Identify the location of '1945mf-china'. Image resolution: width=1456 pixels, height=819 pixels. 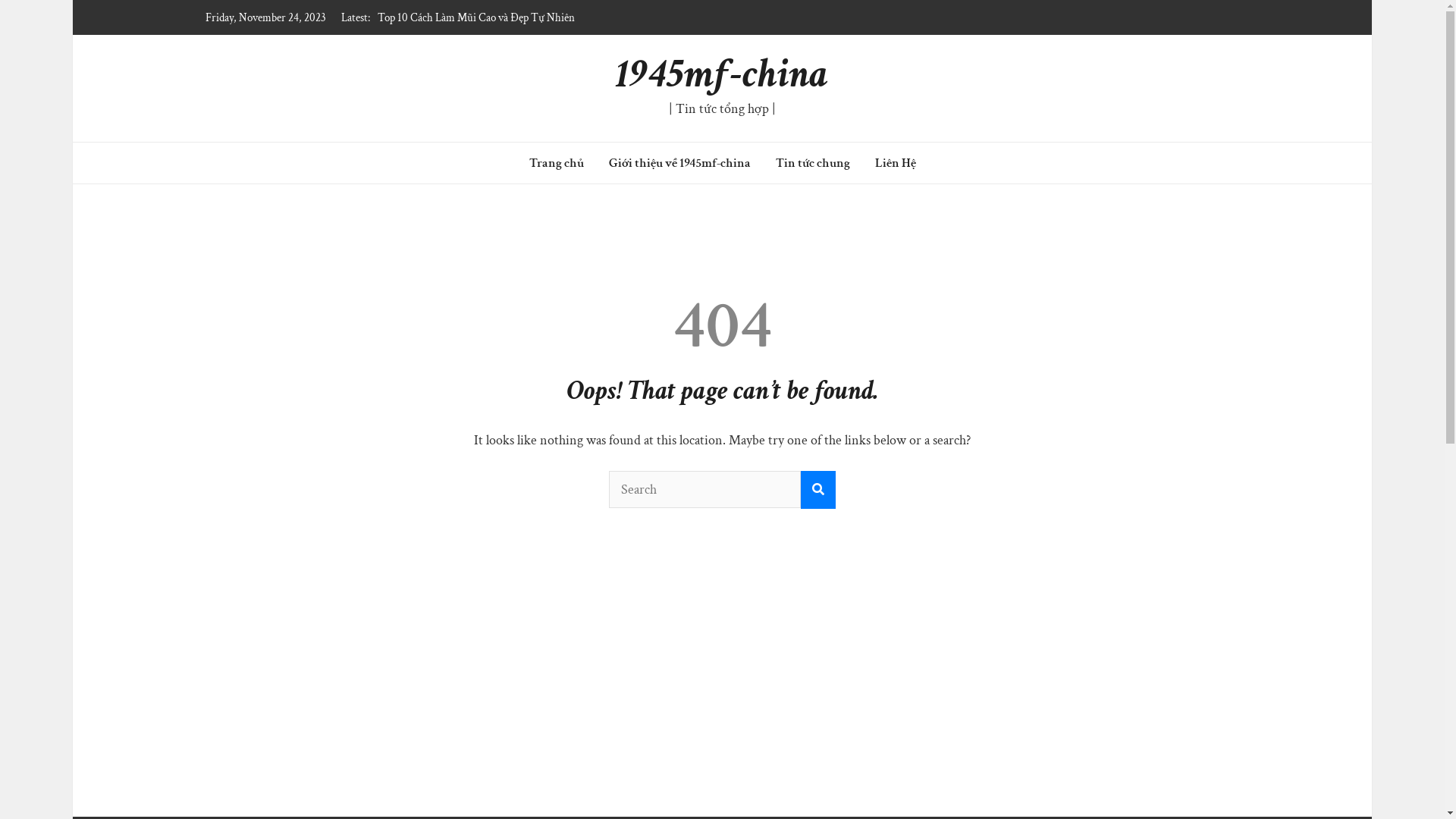
(721, 74).